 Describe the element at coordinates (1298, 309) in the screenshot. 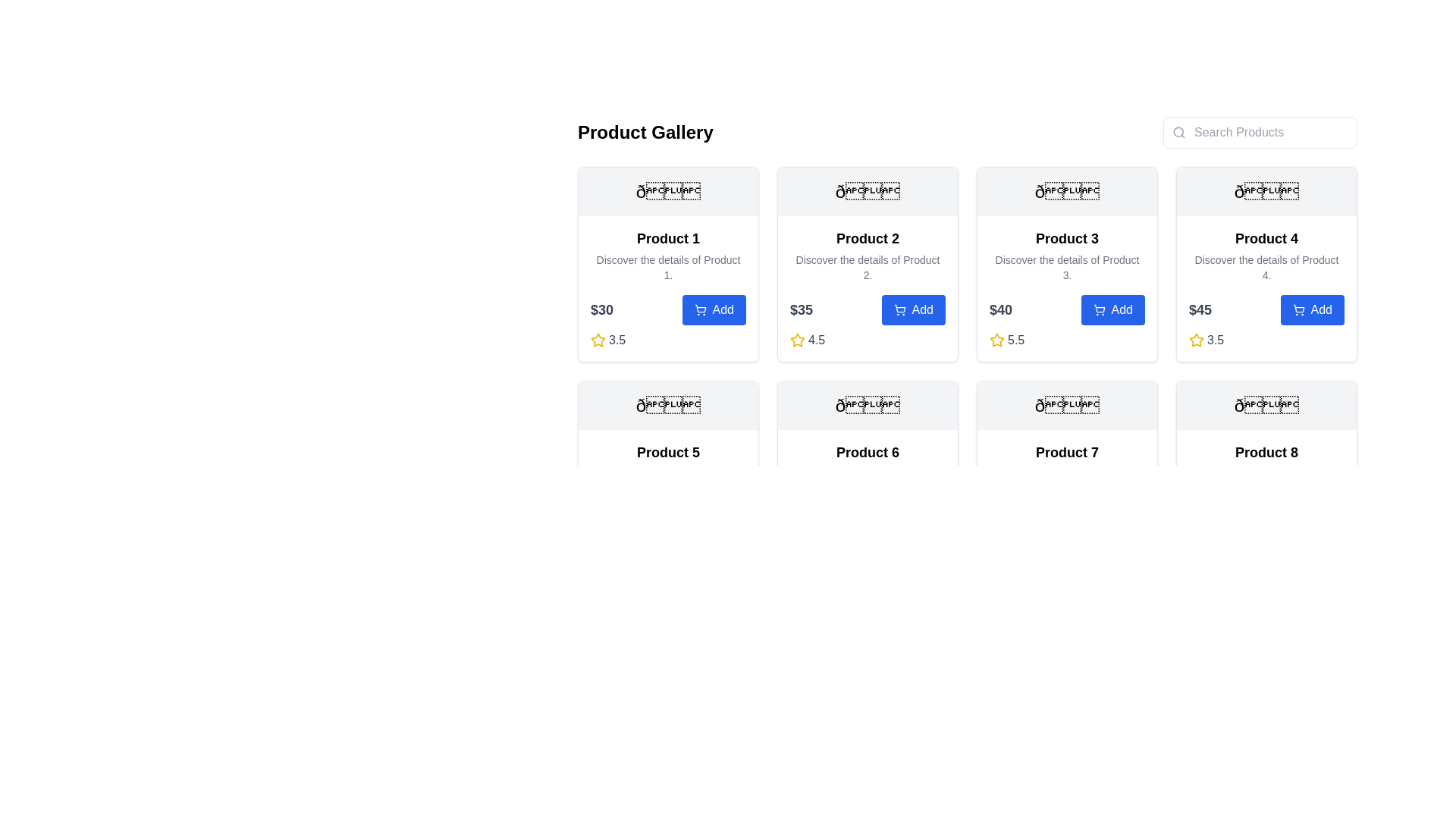

I see `the shopping cart icon located within the 'Add' button of the fourth product card in the grid layout` at that location.